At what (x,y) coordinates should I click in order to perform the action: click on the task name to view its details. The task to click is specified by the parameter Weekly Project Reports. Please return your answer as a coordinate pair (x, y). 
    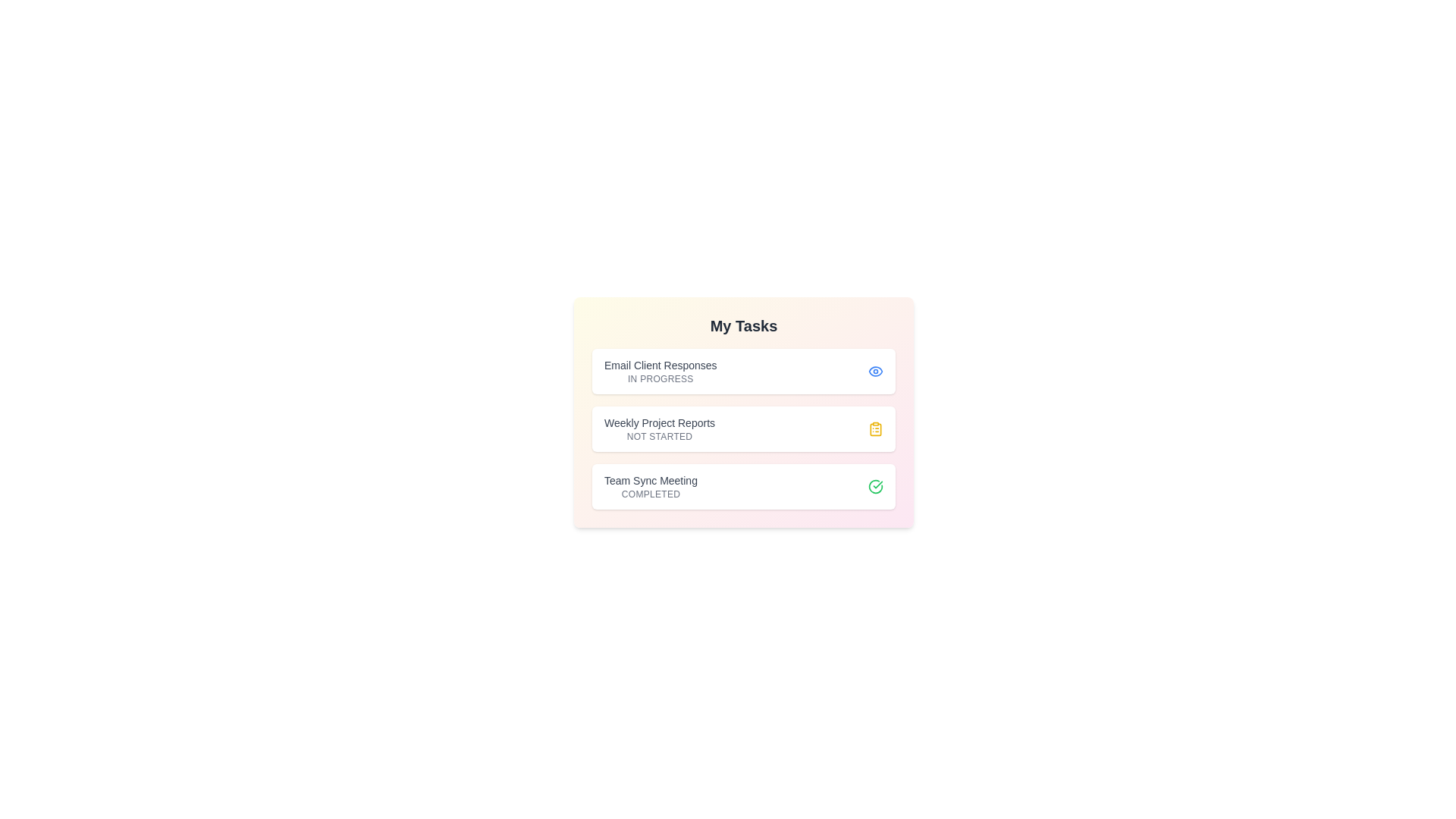
    Looking at the image, I should click on (659, 429).